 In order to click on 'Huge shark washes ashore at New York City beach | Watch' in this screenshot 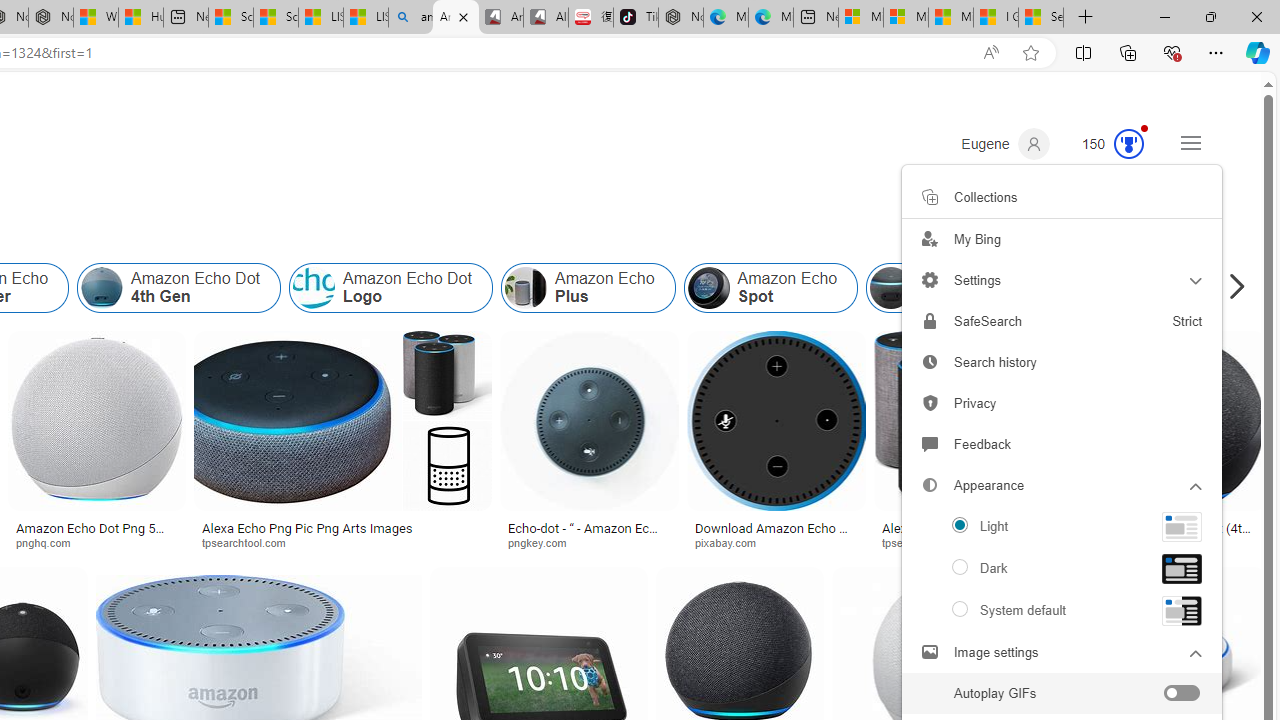, I will do `click(139, 17)`.